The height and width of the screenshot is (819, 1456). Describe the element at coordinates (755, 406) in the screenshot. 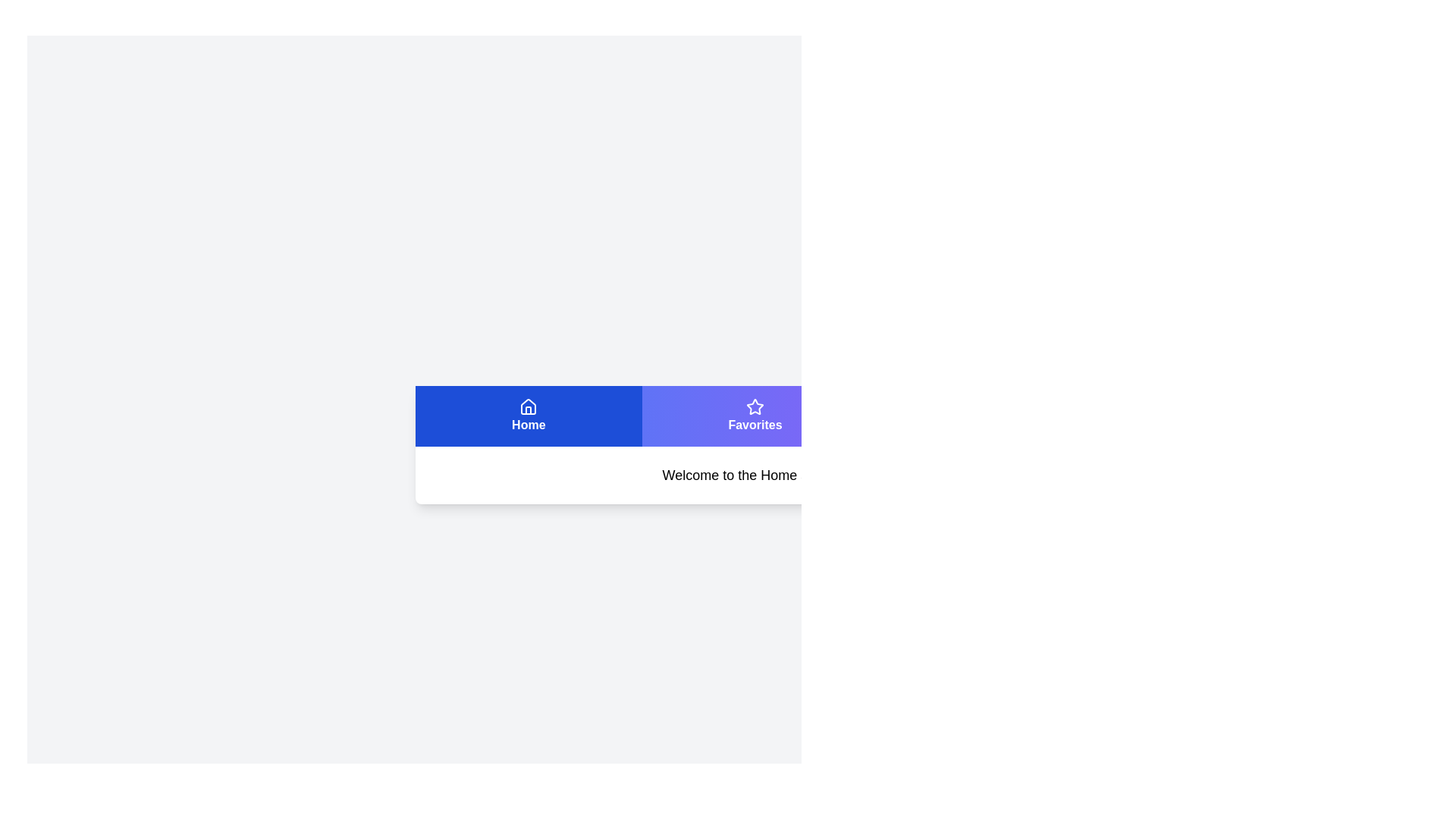

I see `the star-shaped icon outlined in the purple section labeled 'Favorites'` at that location.